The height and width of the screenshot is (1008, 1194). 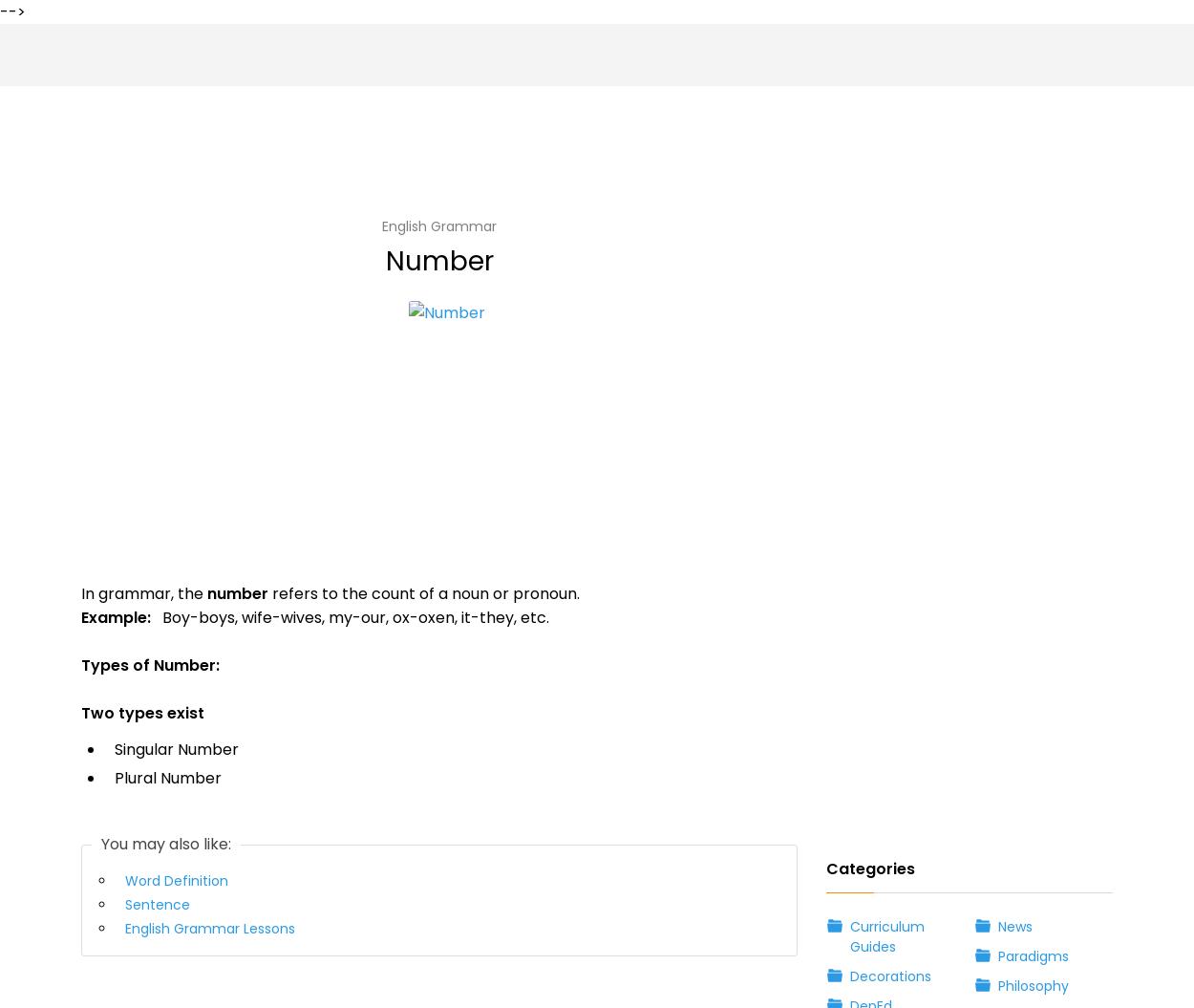 What do you see at coordinates (999, 28) in the screenshot?
I see `'Subjects'` at bounding box center [999, 28].